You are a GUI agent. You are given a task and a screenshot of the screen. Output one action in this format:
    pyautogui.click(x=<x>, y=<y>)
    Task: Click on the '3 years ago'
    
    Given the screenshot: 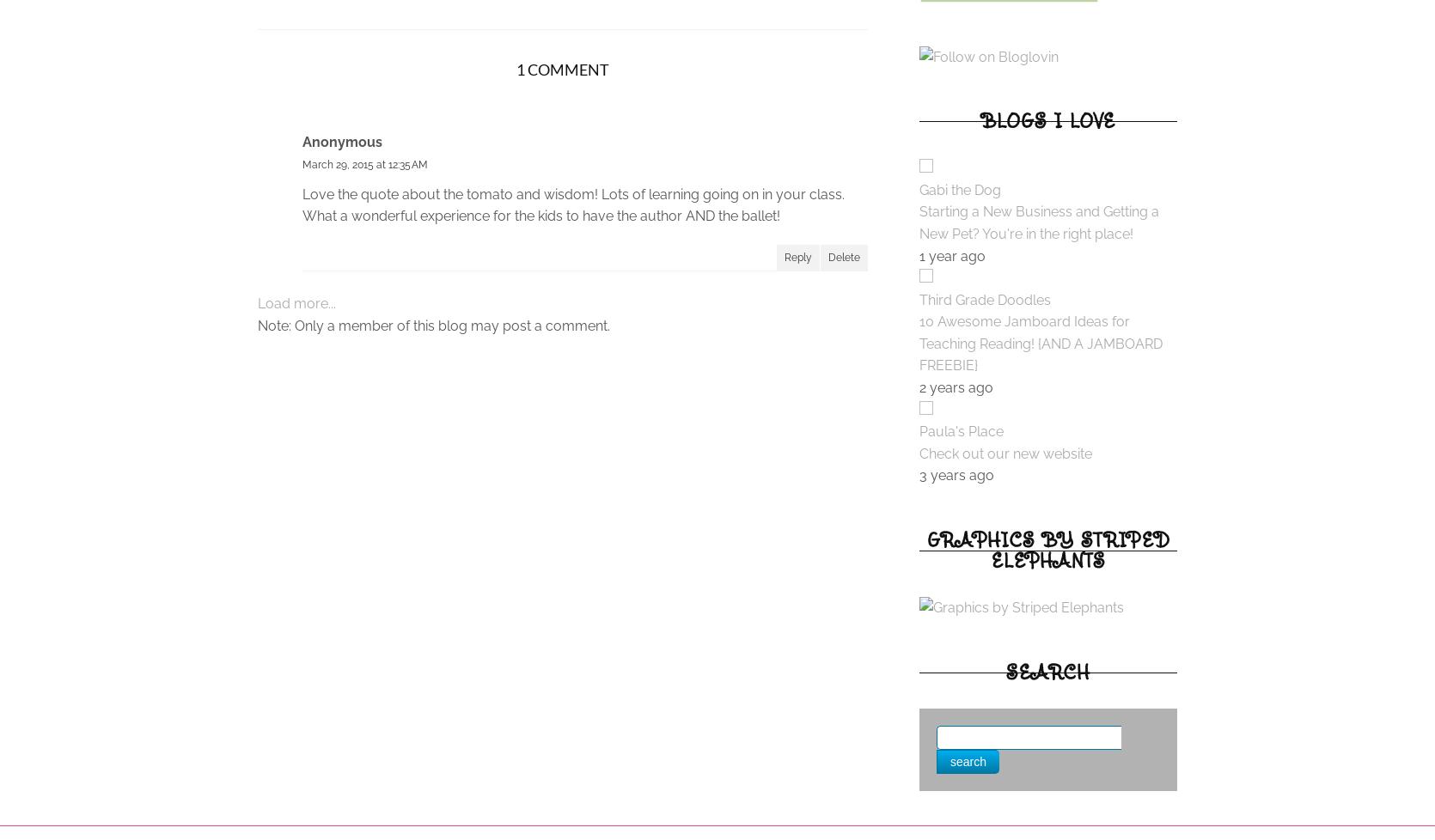 What is the action you would take?
    pyautogui.click(x=919, y=475)
    